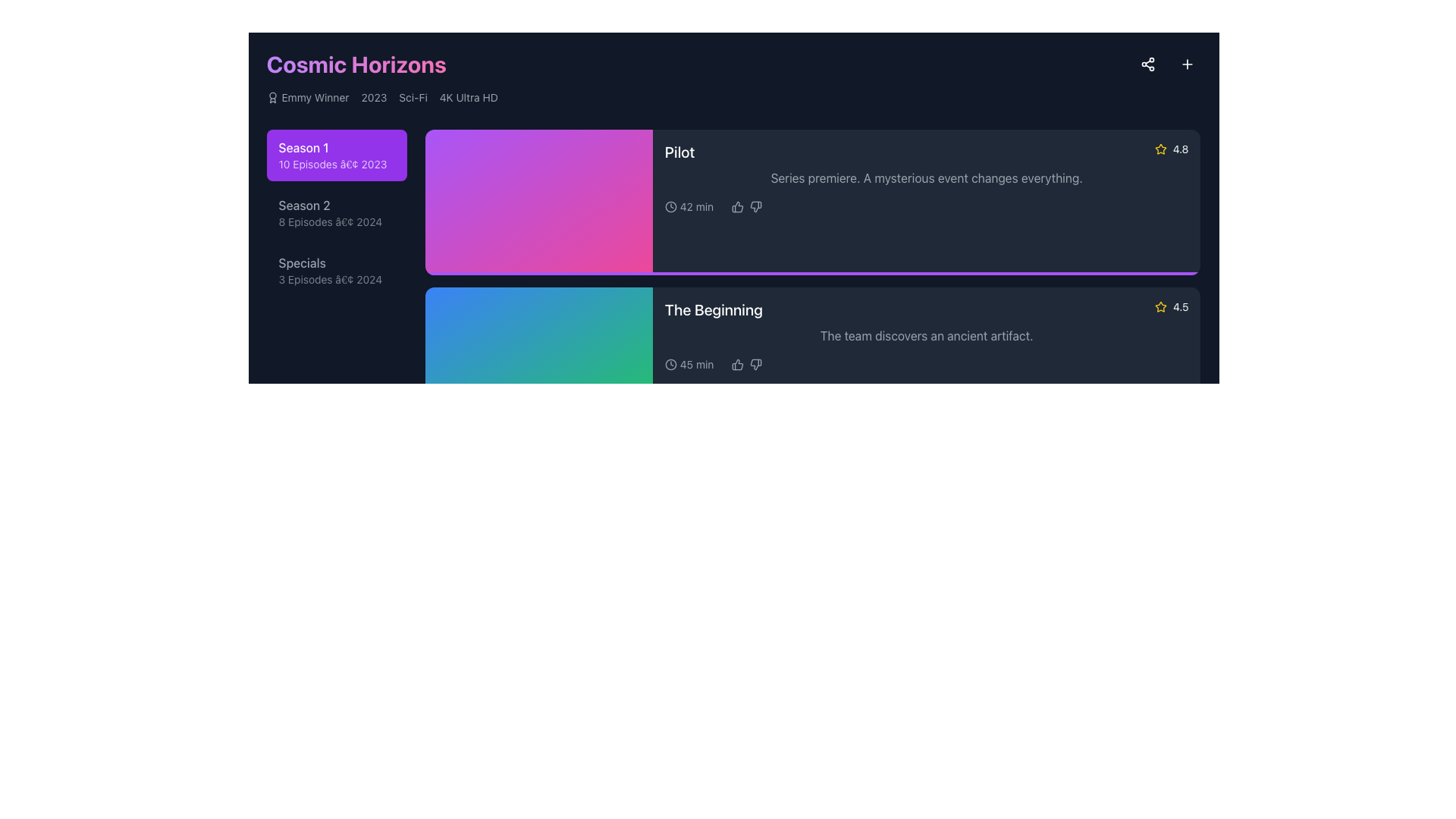  I want to click on the 'Pilot' text label, which is displayed in a bold and large-sized font on a dark background at the top-left corner of the episode information card, so click(679, 152).